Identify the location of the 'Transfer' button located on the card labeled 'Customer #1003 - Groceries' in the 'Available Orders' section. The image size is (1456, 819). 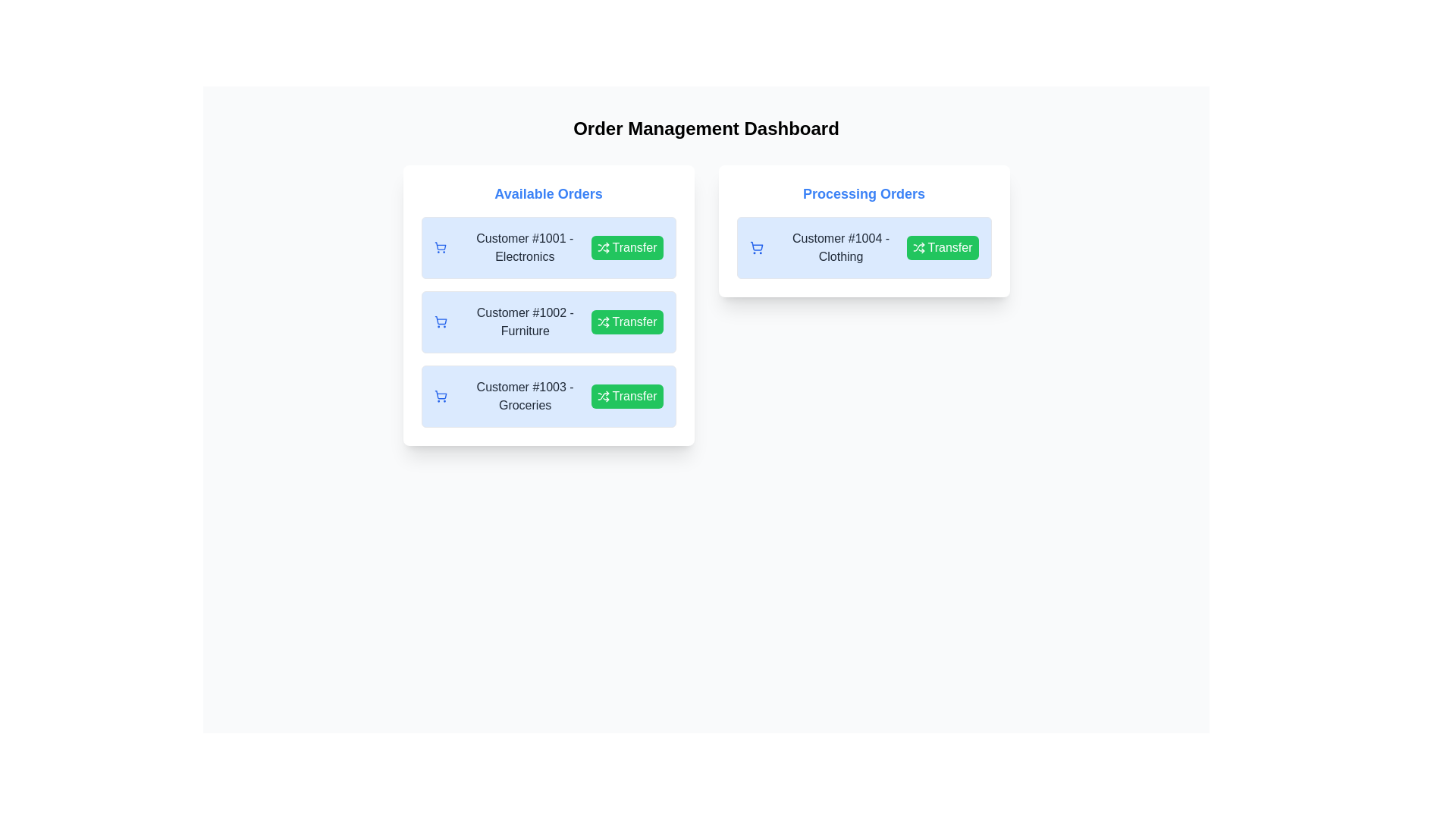
(626, 396).